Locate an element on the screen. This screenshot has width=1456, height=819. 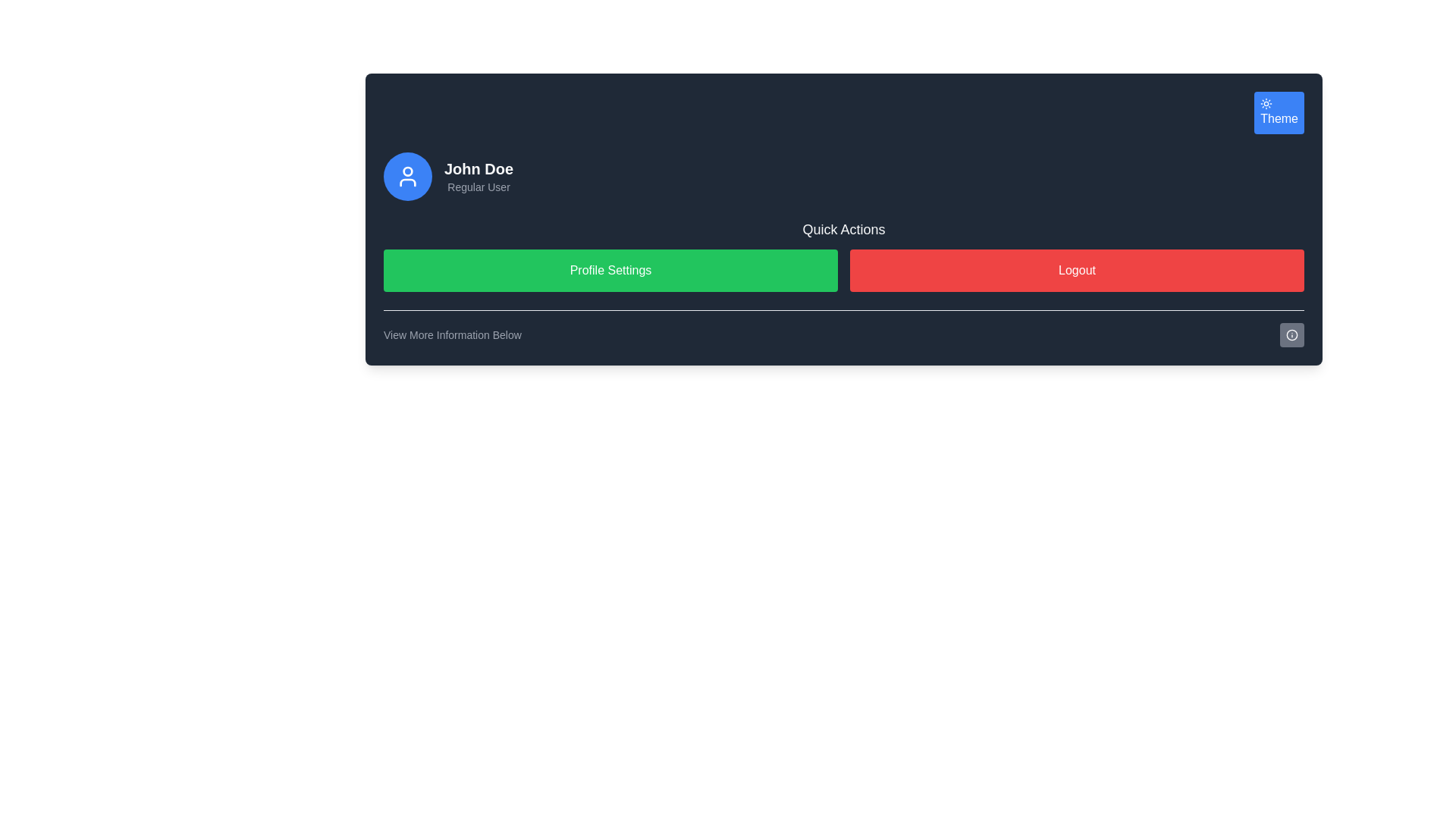
the circular information icon with an embedded 'i' symbol, located at the bottom-right corner of the card layout is located at coordinates (1291, 334).